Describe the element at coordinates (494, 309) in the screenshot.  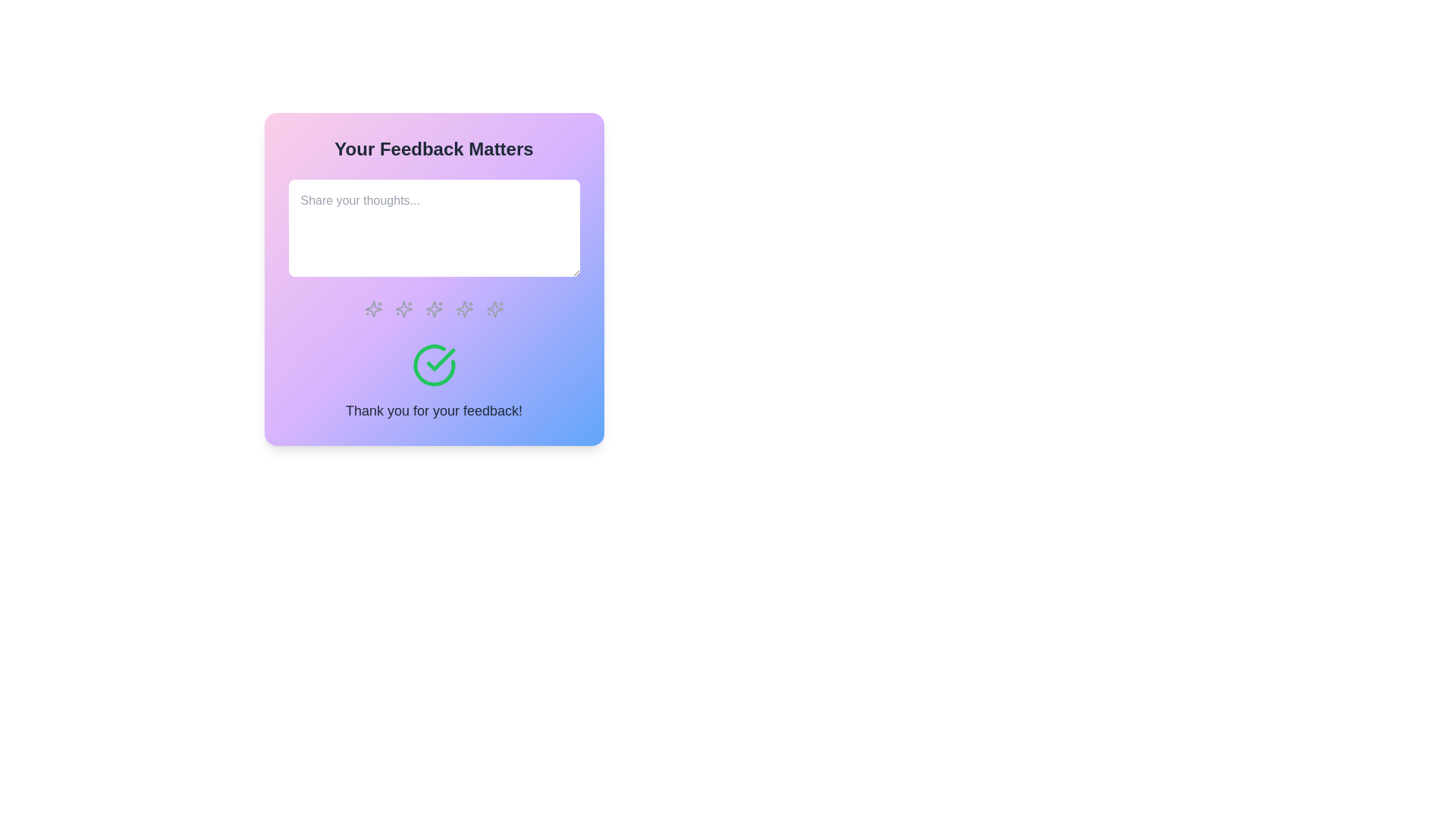
I see `the fifth star-like decorative icon with a grayish border, located below the text input field in the feedback form component` at that location.